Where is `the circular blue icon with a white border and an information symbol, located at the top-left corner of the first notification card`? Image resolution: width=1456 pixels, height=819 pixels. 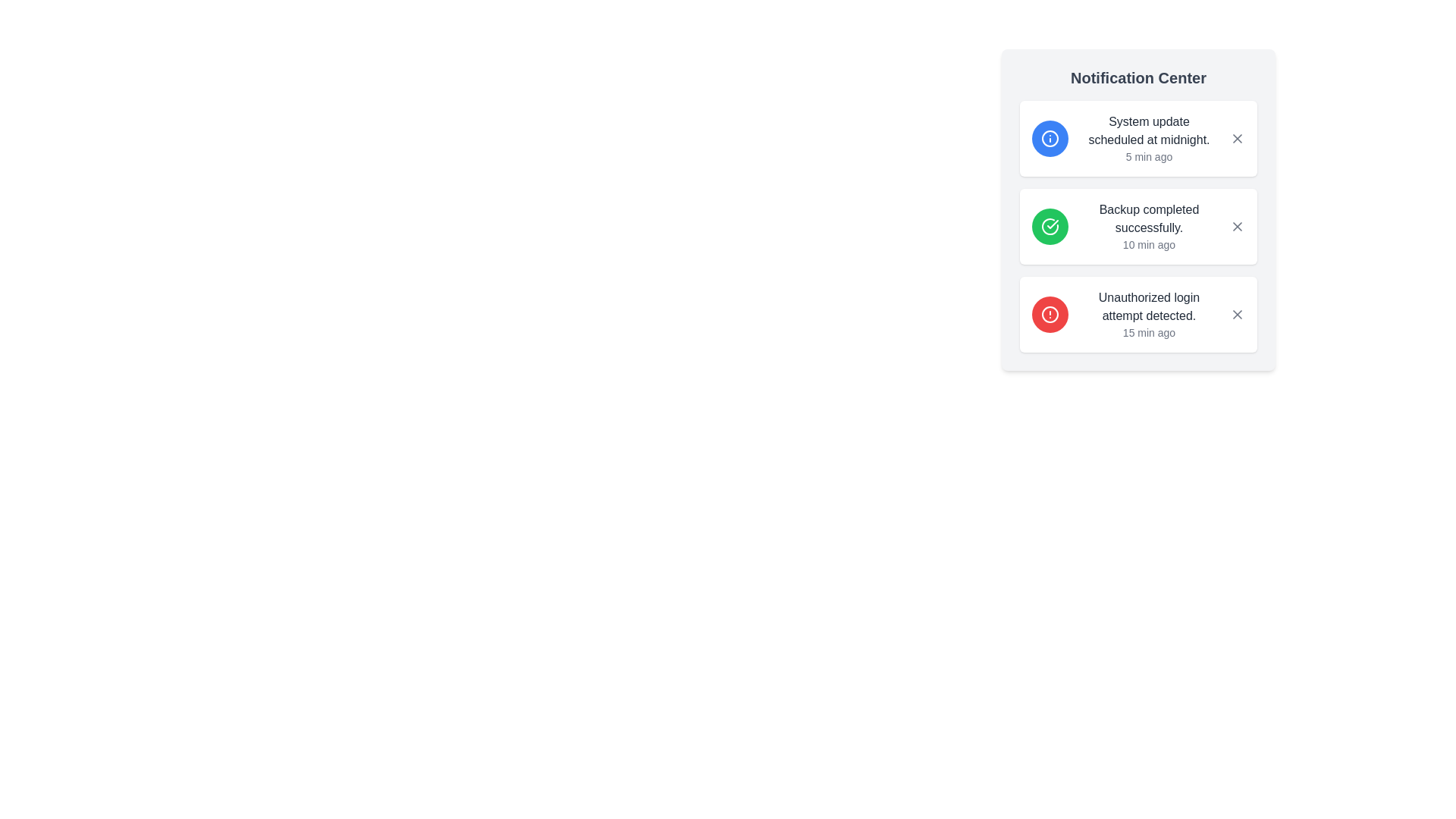 the circular blue icon with a white border and an information symbol, located at the top-left corner of the first notification card is located at coordinates (1050, 138).